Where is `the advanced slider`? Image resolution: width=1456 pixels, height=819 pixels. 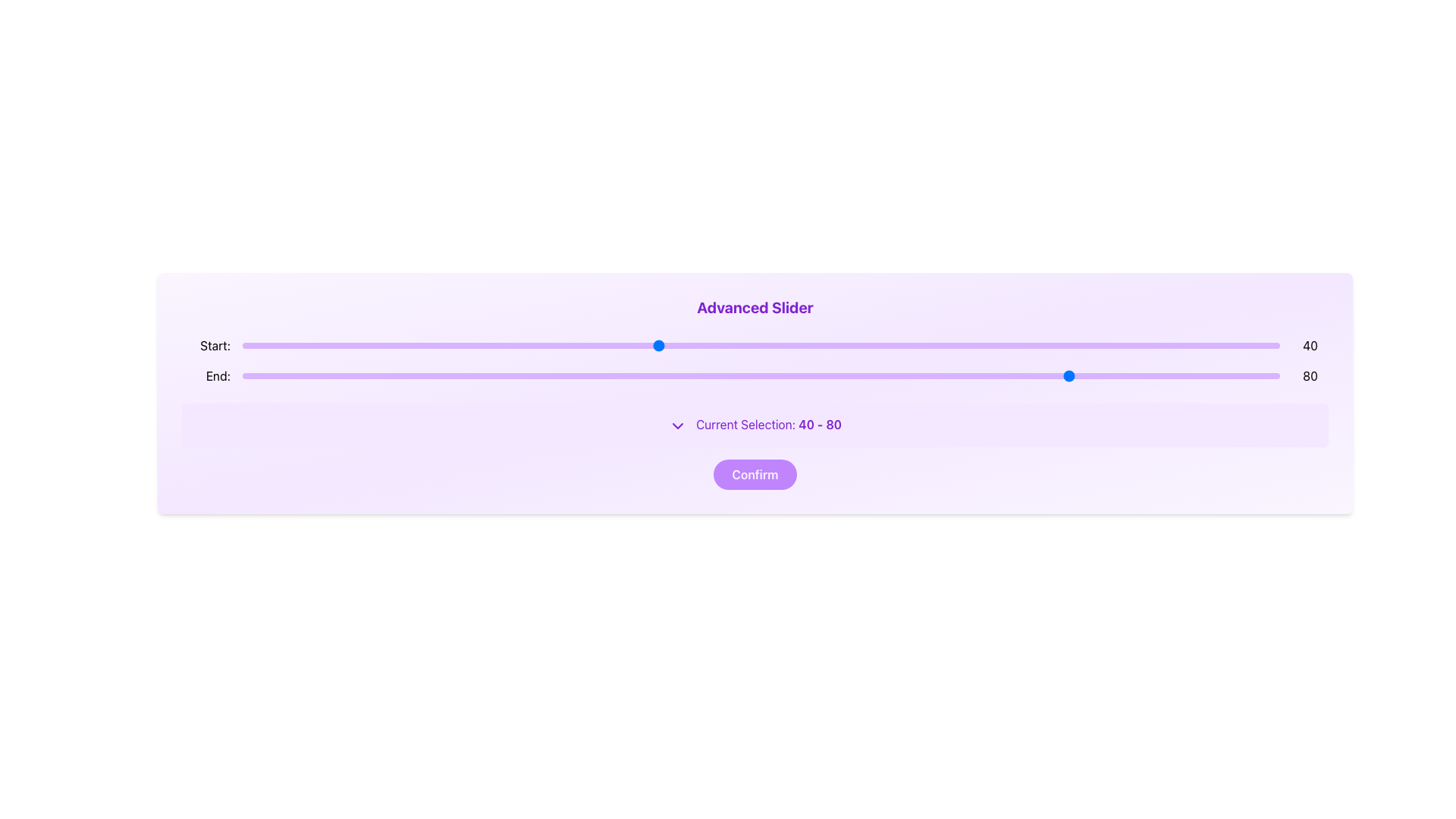 the advanced slider is located at coordinates (667, 345).